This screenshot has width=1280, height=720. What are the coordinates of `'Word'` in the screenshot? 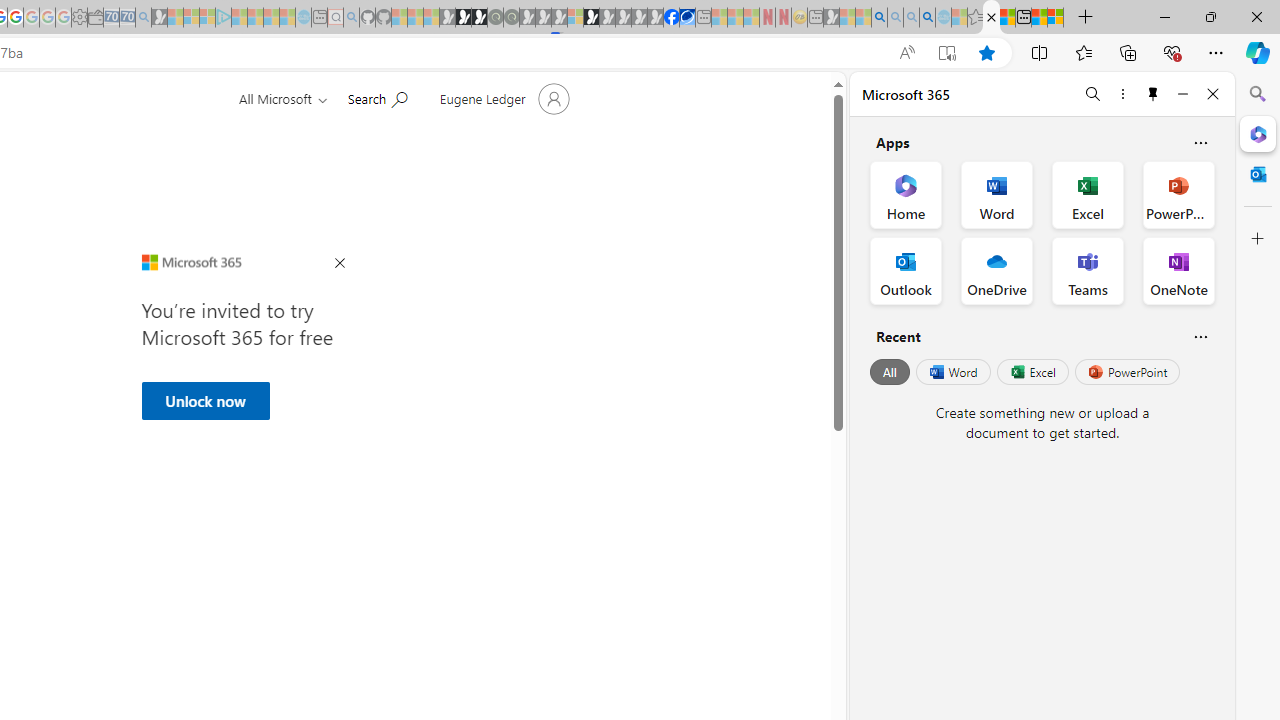 It's located at (951, 372).